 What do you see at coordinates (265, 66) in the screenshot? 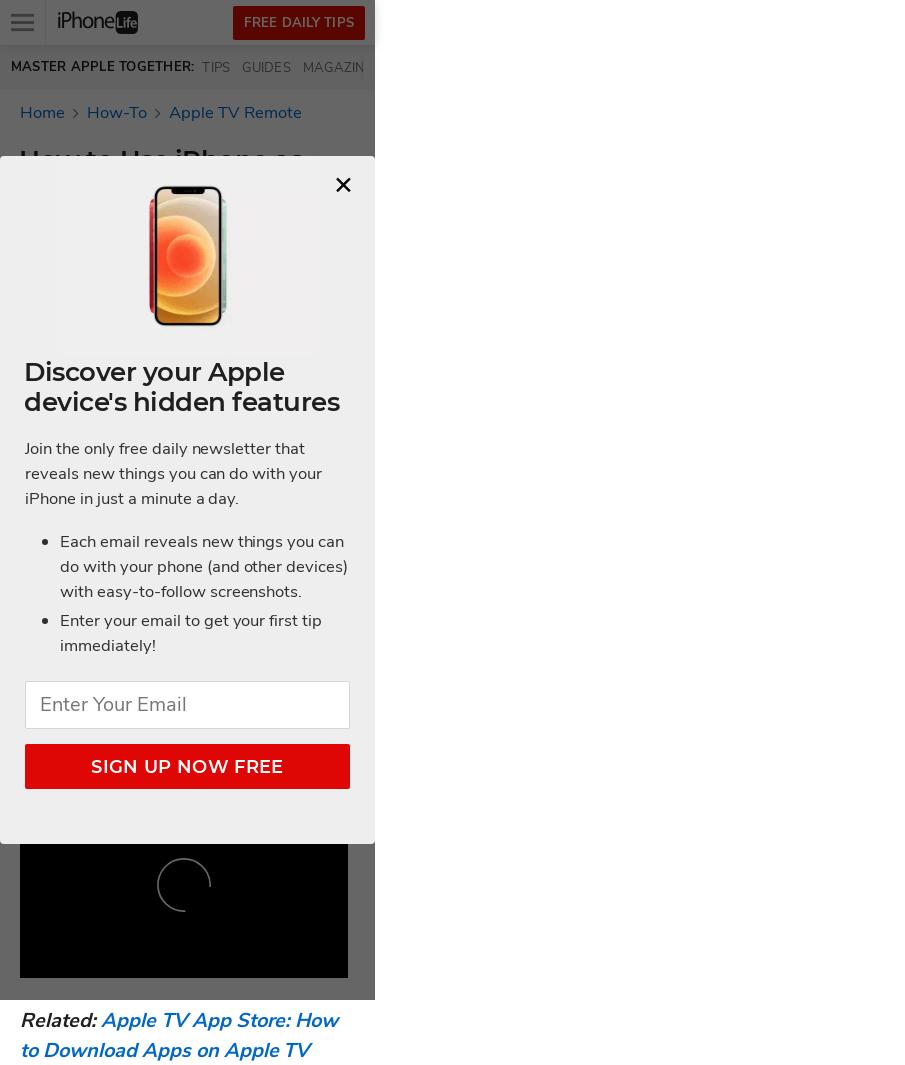
I see `'Guides'` at bounding box center [265, 66].